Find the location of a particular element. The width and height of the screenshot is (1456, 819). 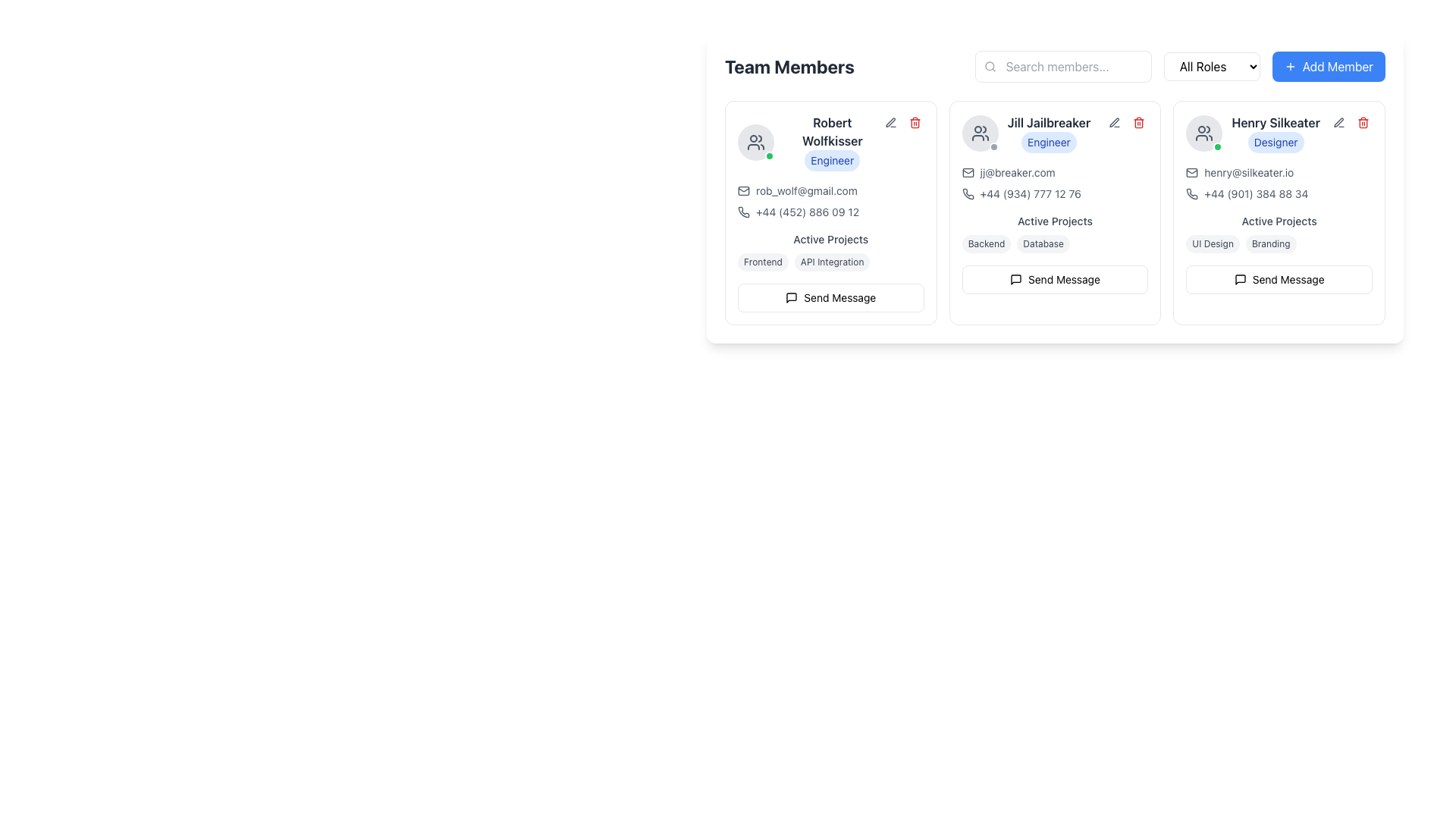

the Badge element indicating the role or title of the user, which is located beneath the name 'Henry Silkeater' and above the contact details block in the rightmost column of the team member card is located at coordinates (1275, 143).